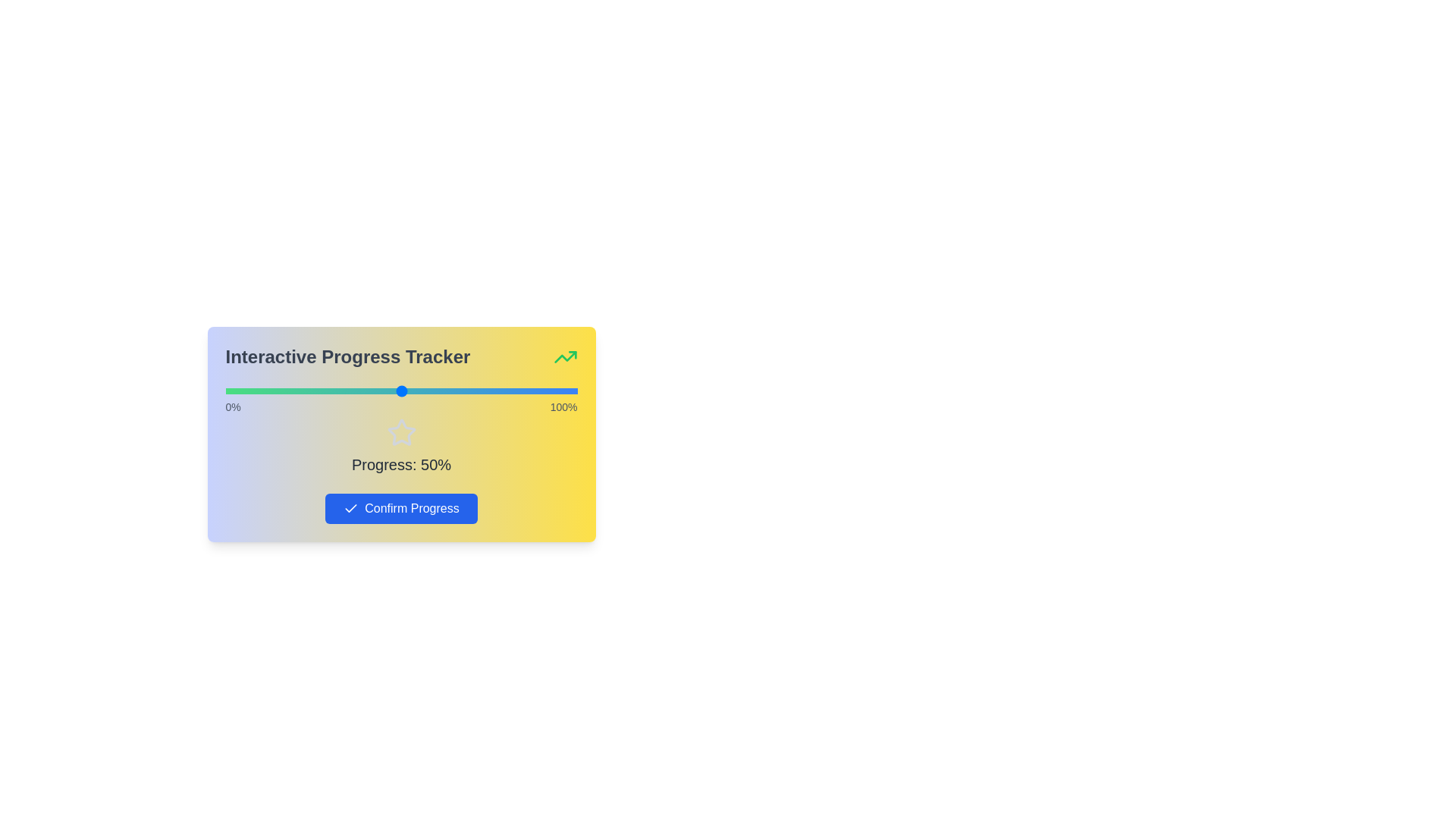  I want to click on the progress slider to 67%, so click(460, 391).